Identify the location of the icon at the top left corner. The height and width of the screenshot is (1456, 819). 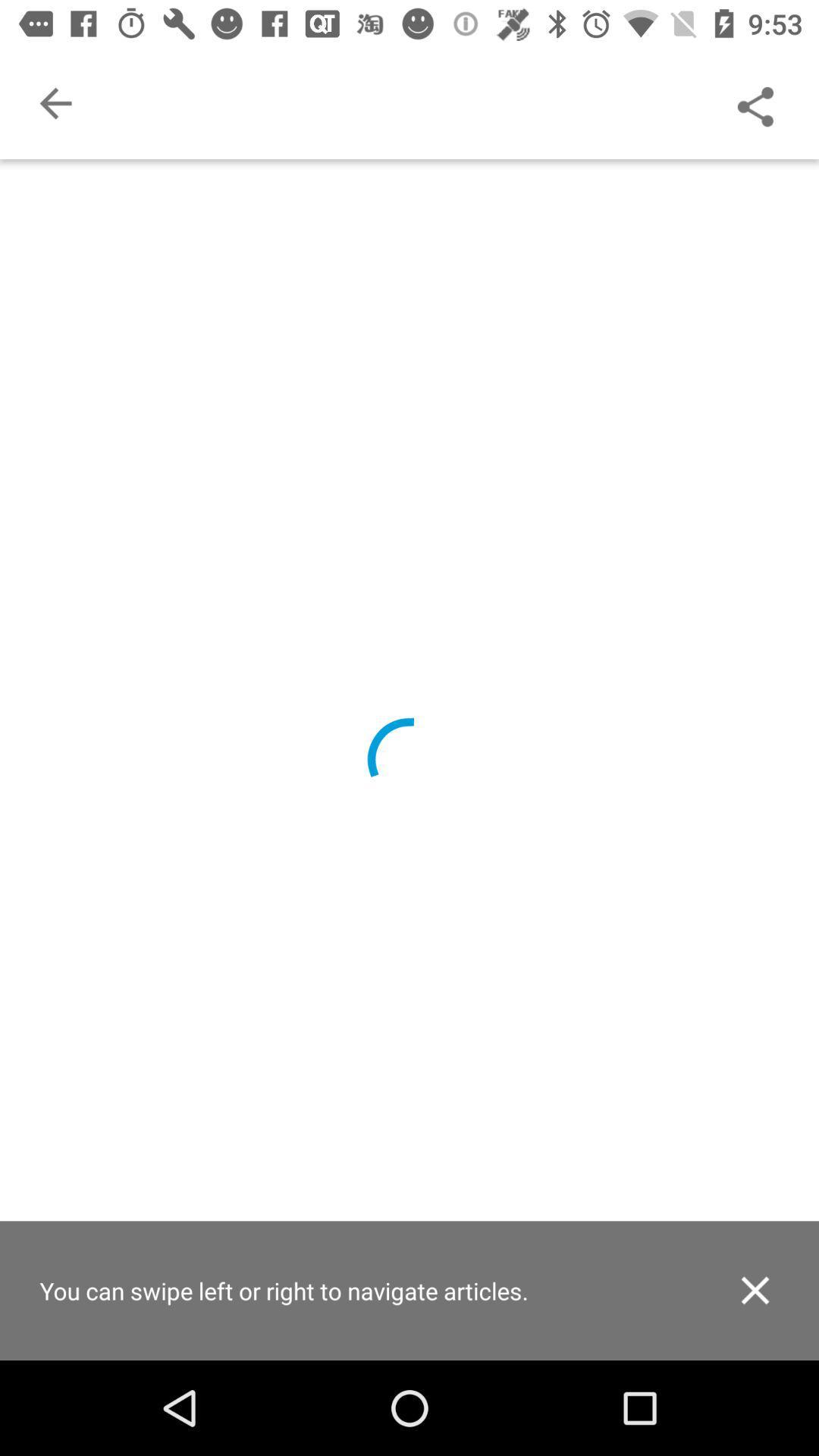
(55, 102).